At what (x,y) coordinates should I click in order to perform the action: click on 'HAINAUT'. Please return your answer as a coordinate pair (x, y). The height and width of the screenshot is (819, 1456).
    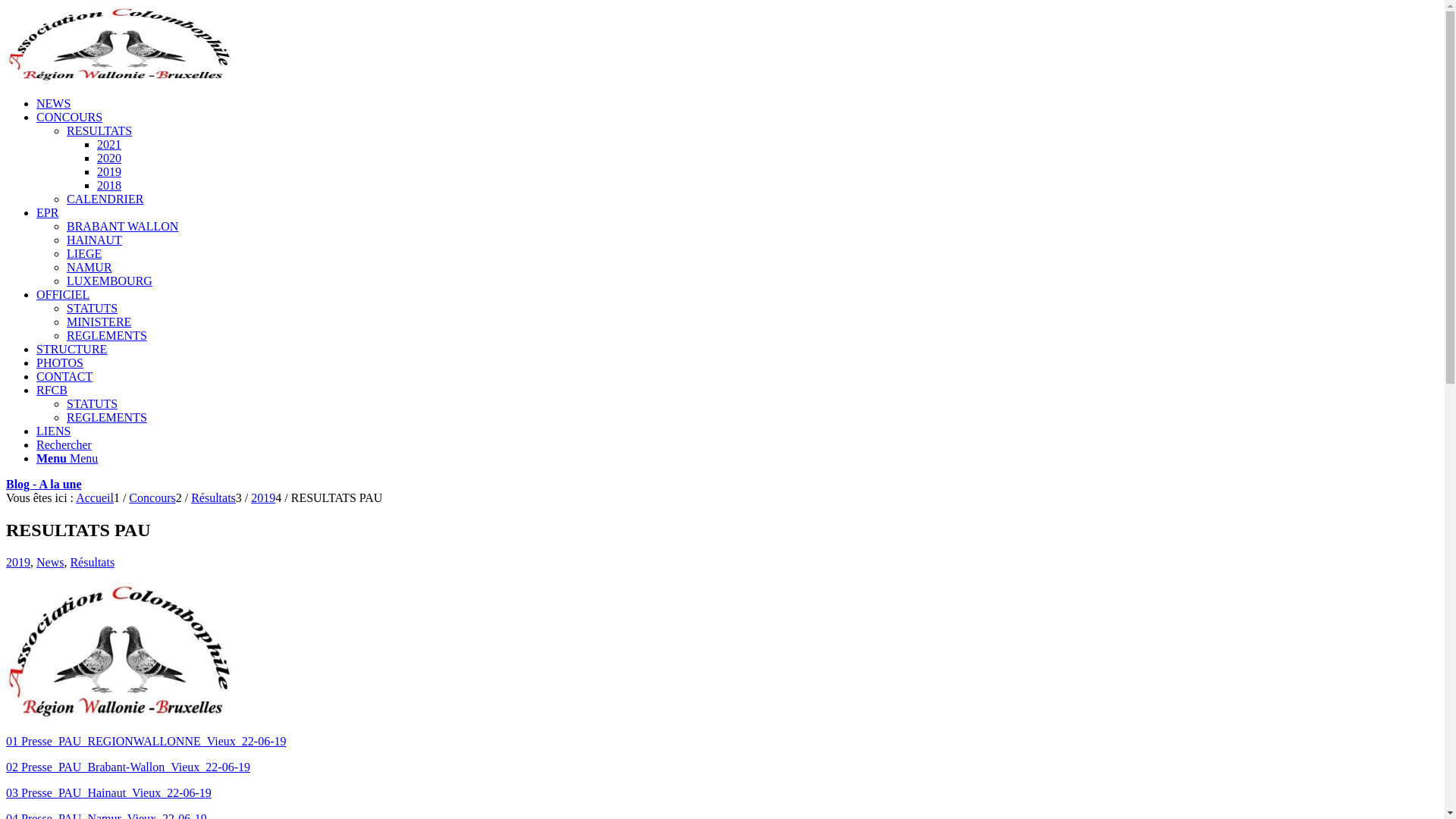
    Looking at the image, I should click on (65, 239).